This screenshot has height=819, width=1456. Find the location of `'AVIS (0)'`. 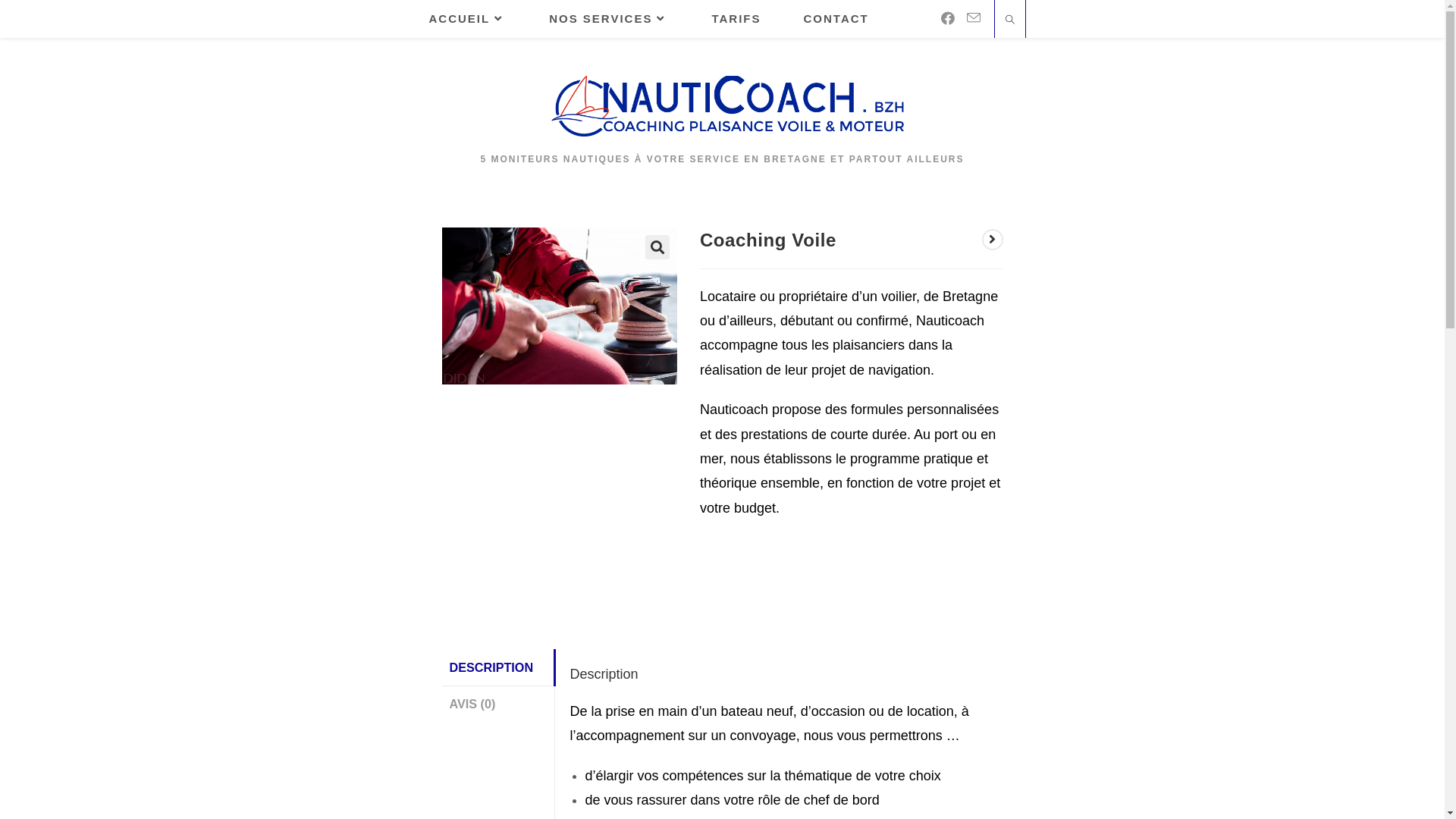

'AVIS (0)' is located at coordinates (497, 704).